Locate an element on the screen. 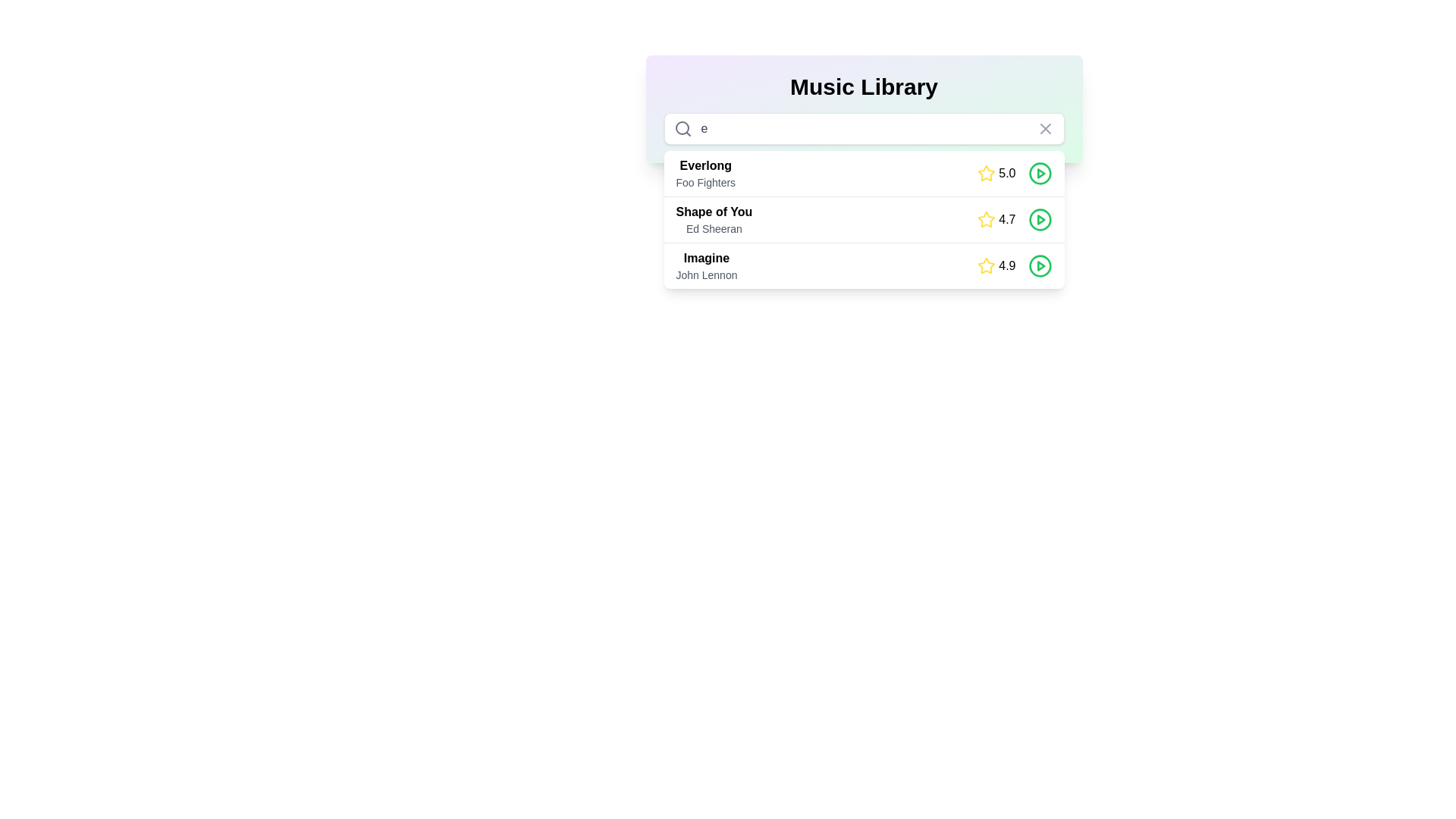 The height and width of the screenshot is (819, 1456). the rating icon located to the left of the text label '4.7' for the song 'Shape of You' by Ed Sheeran is located at coordinates (987, 219).